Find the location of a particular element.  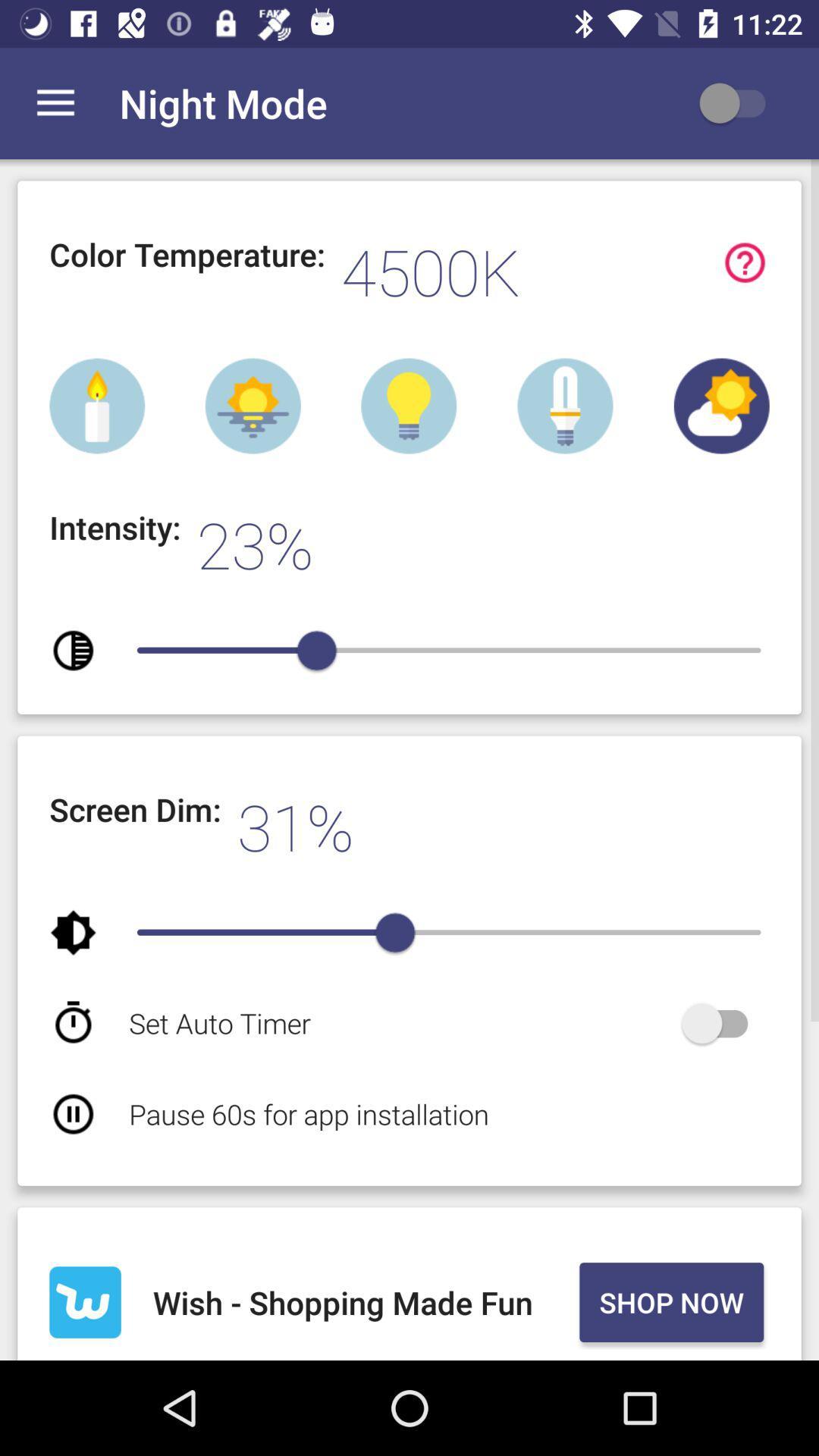

get more information about the definition of the color temperature is located at coordinates (744, 262).